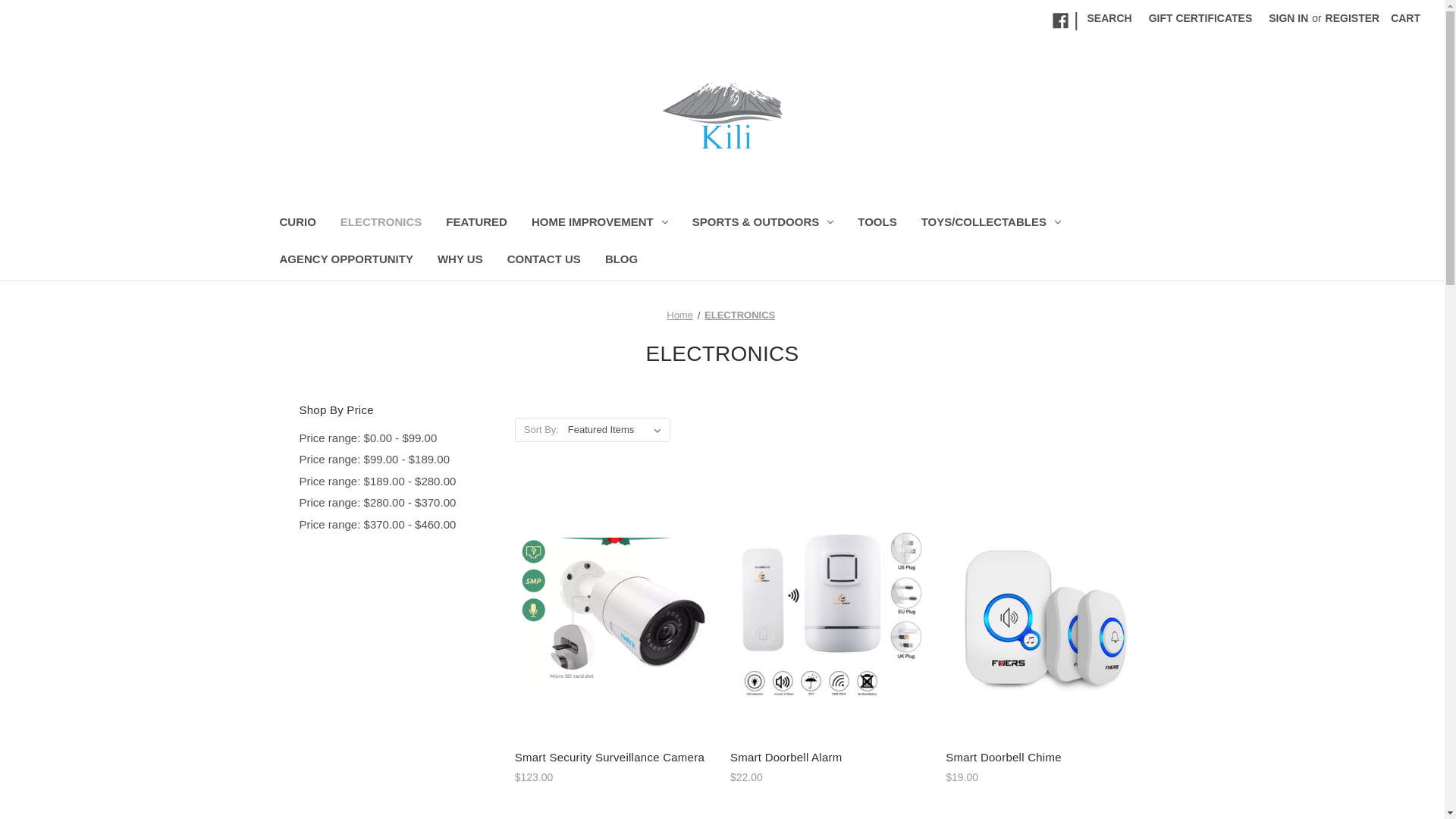 The image size is (1456, 819). I want to click on 'SIGN IN', so click(1288, 18).